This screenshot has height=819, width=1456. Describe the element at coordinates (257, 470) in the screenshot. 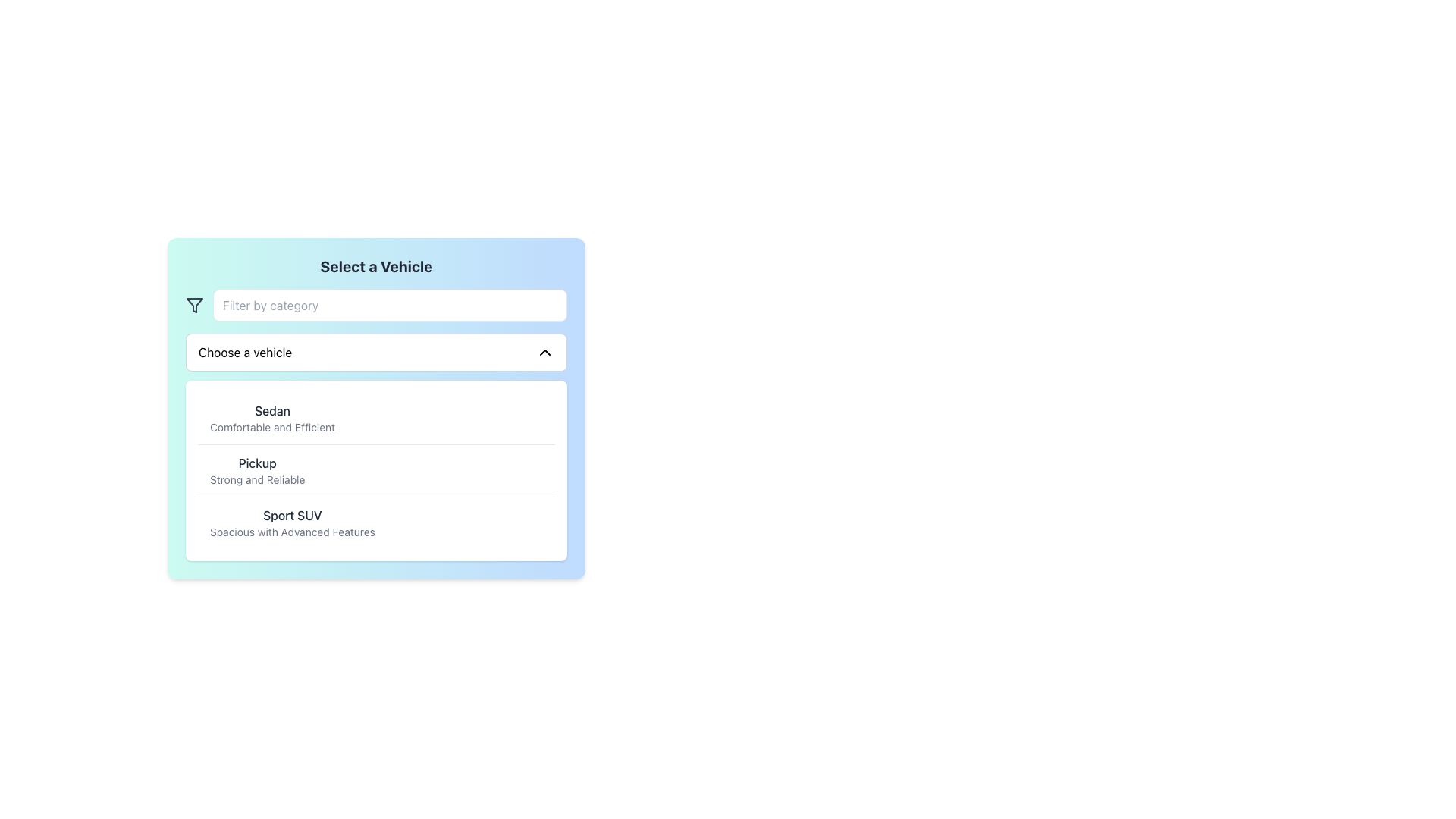

I see `the second list item displaying 'Pickup' and 'Strong and Reliable'` at that location.